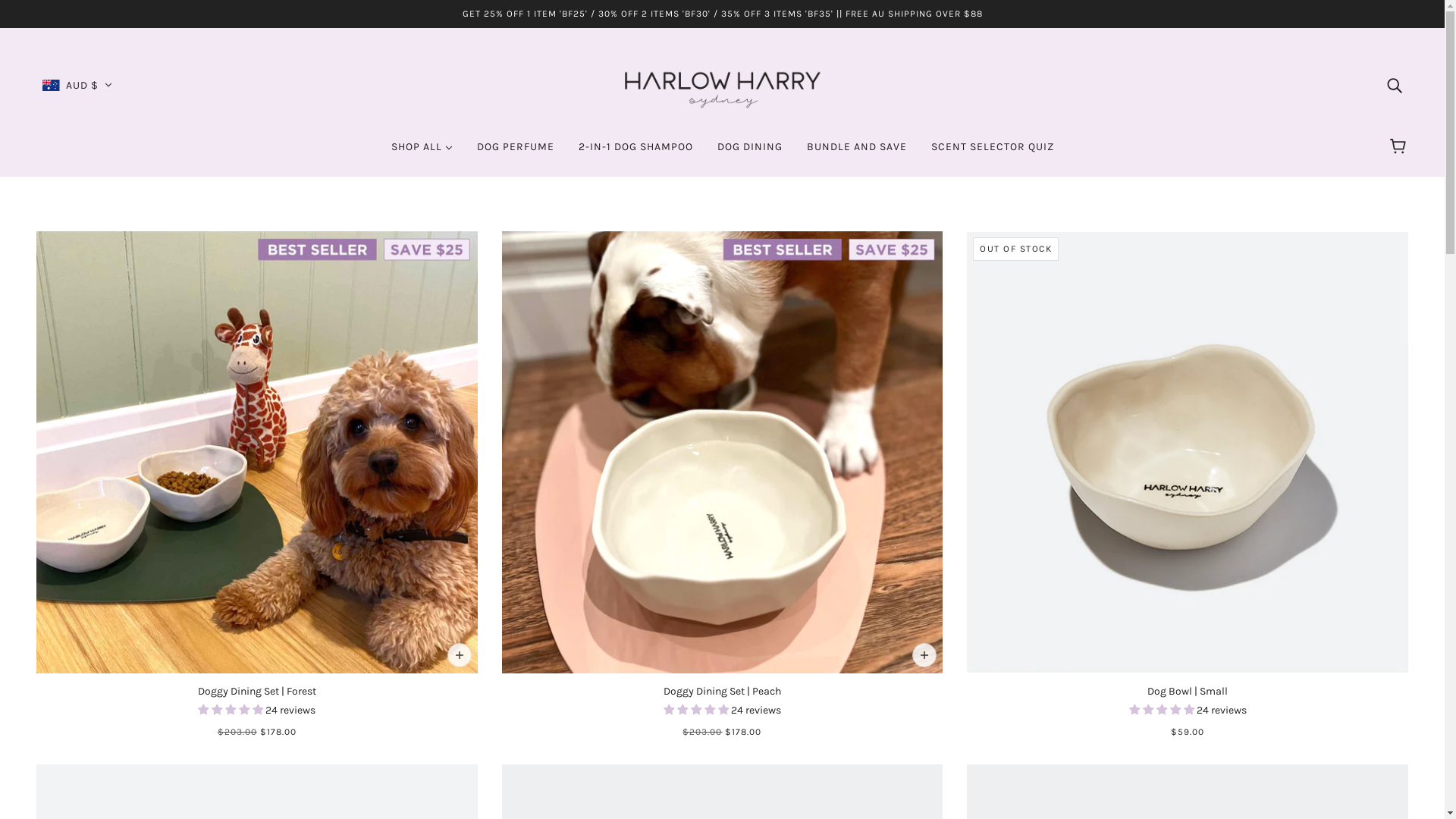  Describe the element at coordinates (993, 152) in the screenshot. I see `'SCENT SELECTOR QUIZ'` at that location.